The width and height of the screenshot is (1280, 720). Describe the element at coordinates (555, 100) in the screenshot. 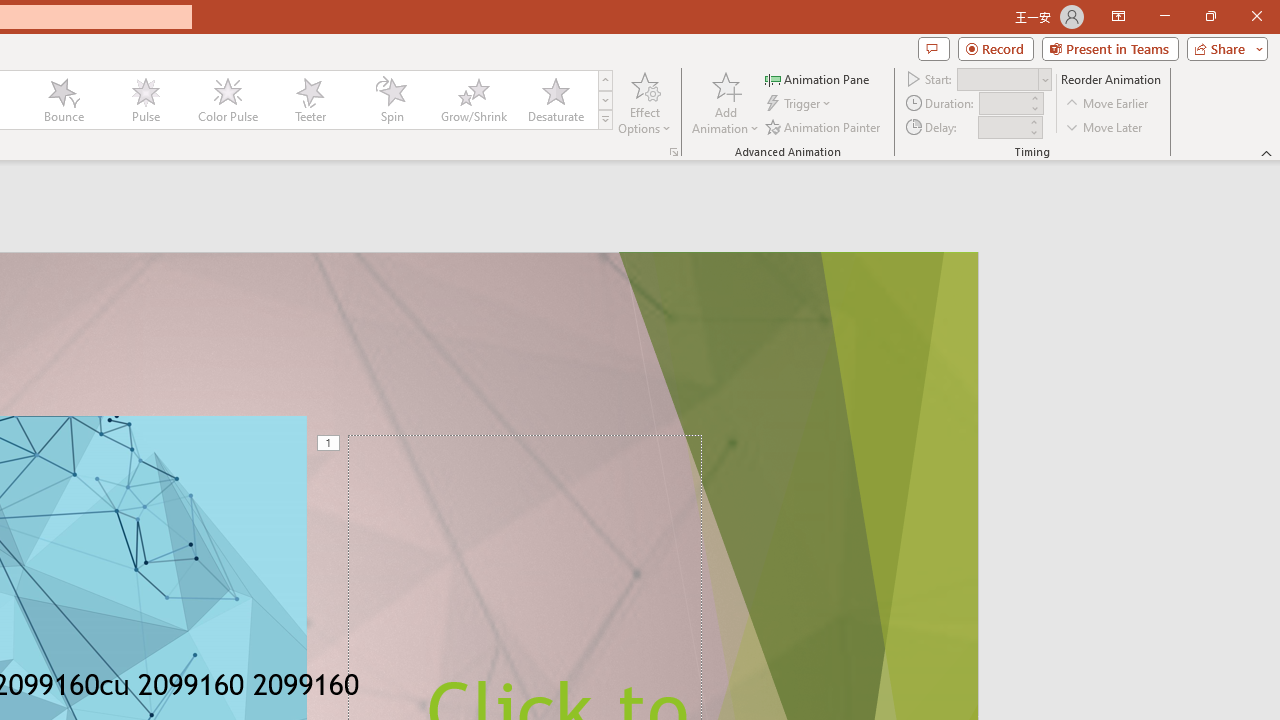

I see `'Desaturate'` at that location.